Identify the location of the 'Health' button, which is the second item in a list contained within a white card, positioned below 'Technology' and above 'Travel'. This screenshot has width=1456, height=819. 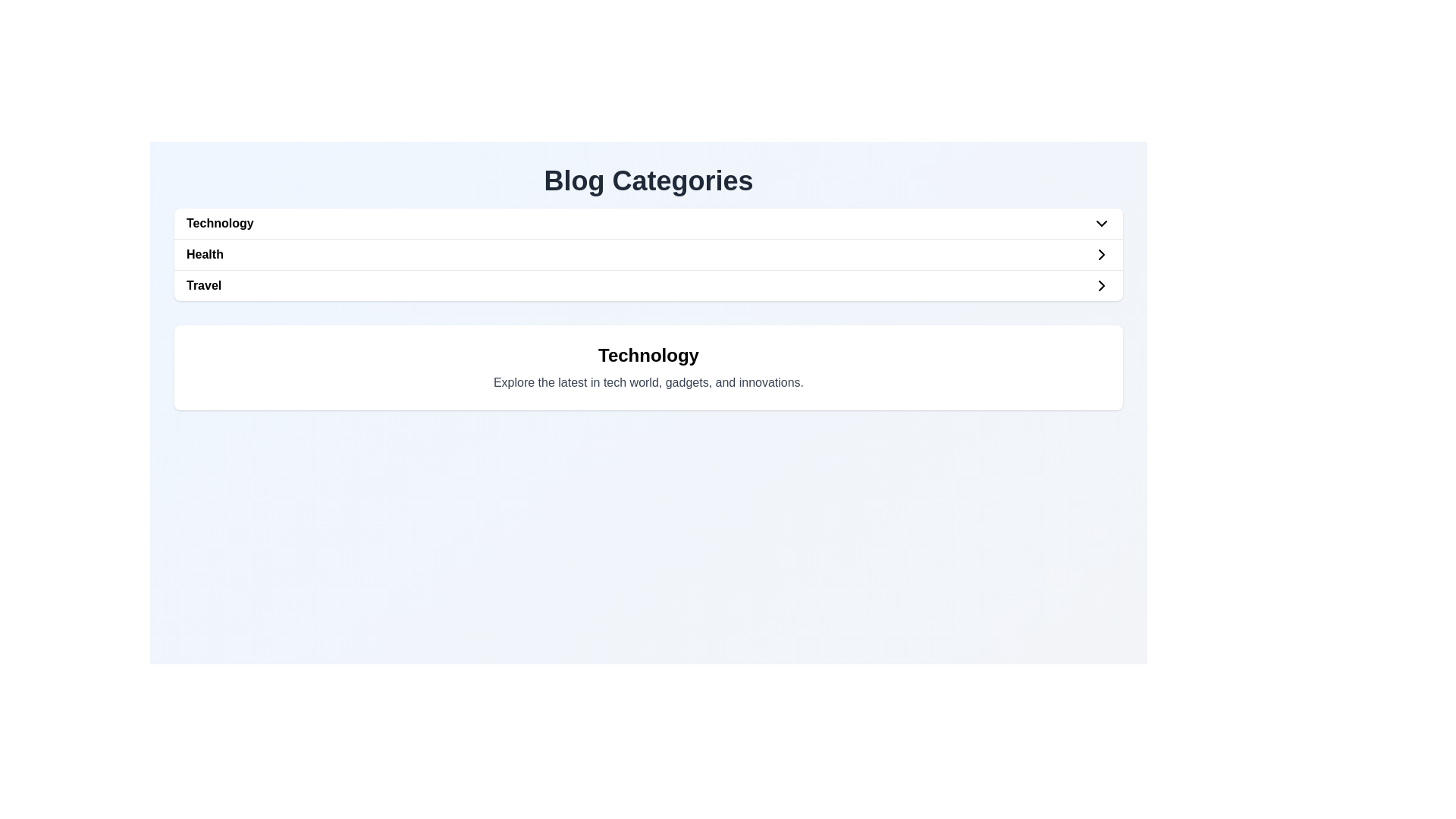
(648, 253).